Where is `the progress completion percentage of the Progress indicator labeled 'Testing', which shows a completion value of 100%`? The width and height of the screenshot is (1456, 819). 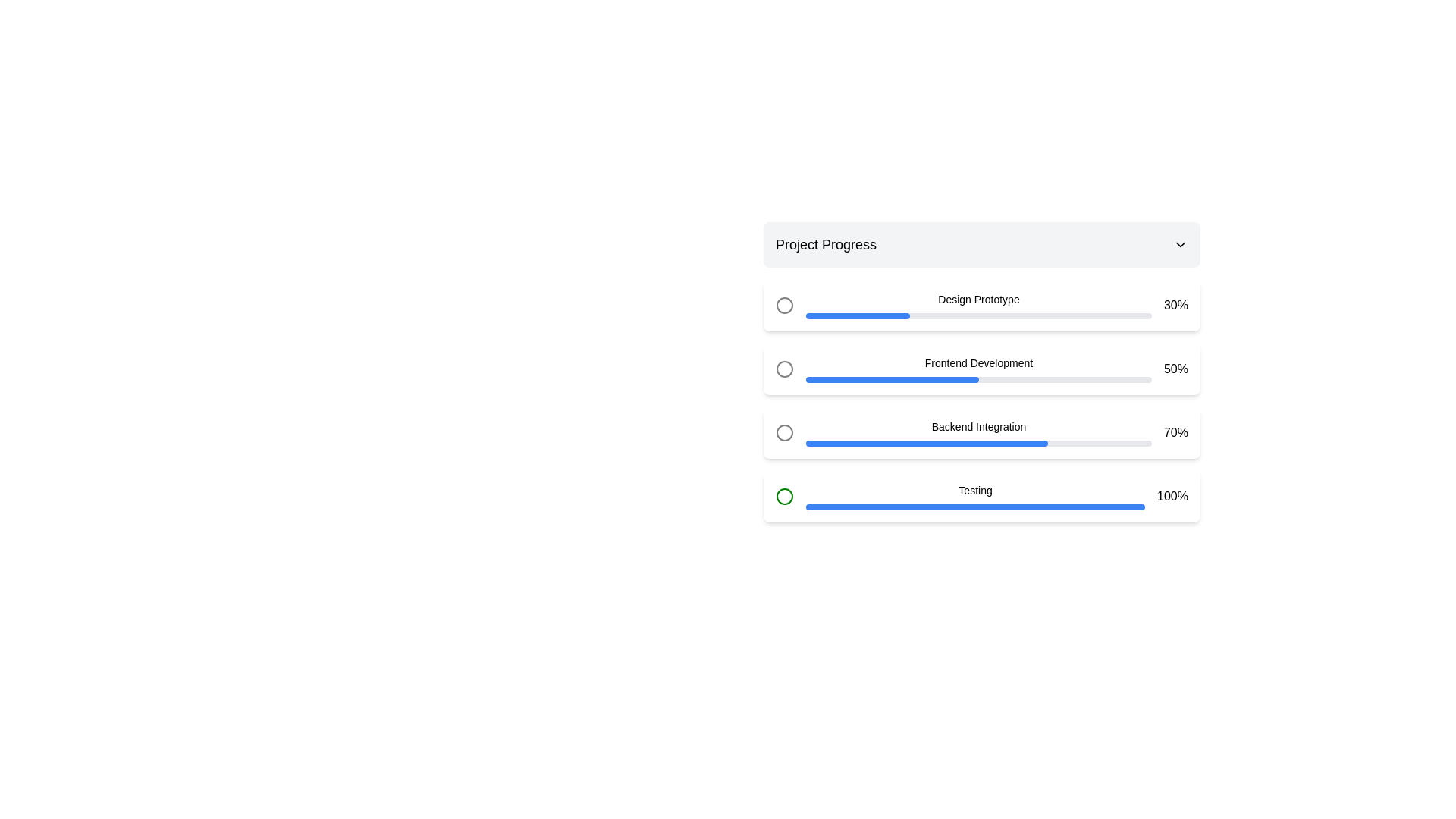
the progress completion percentage of the Progress indicator labeled 'Testing', which shows a completion value of 100% is located at coordinates (982, 497).